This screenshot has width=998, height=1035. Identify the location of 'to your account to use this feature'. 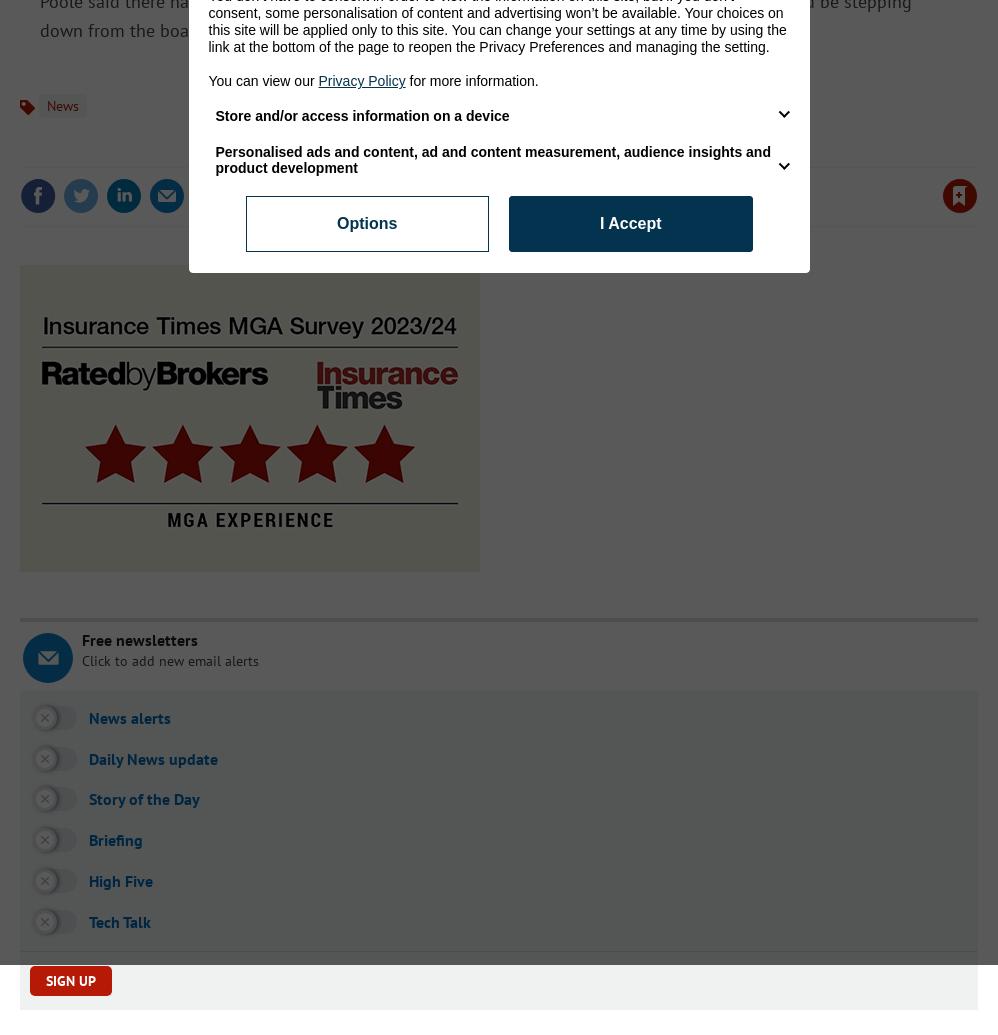
(848, 154).